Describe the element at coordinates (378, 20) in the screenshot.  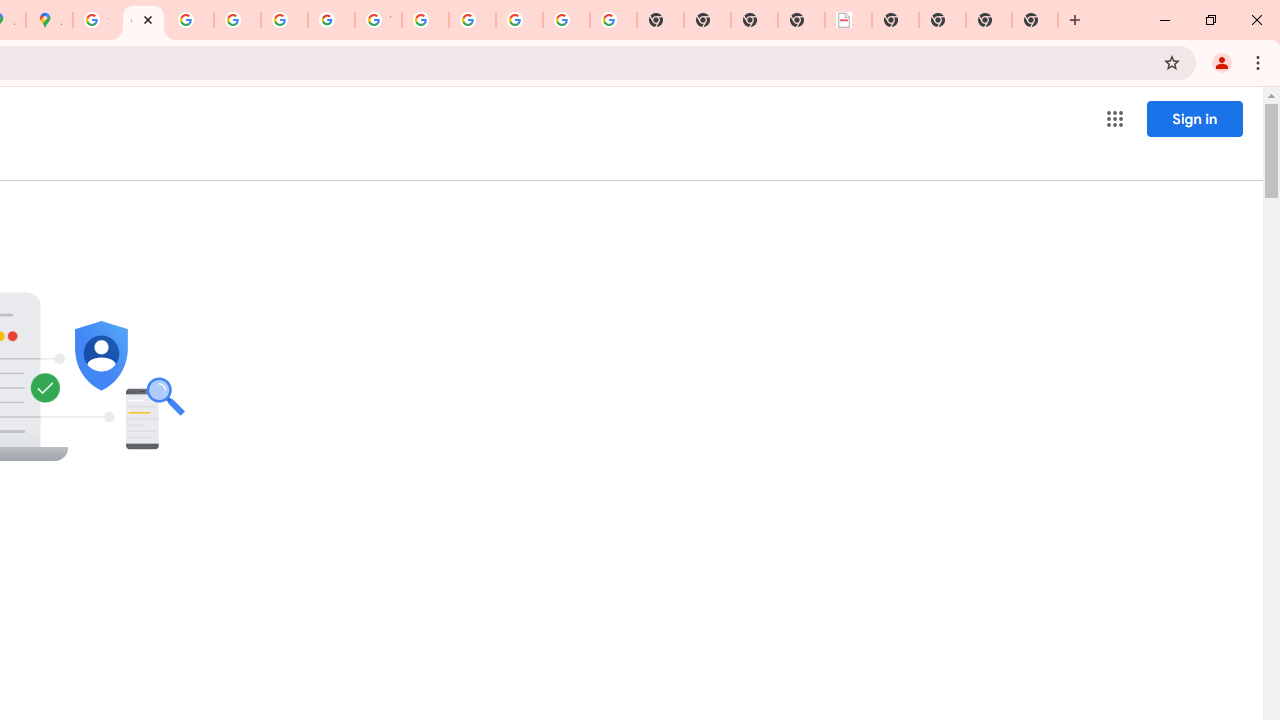
I see `'YouTube'` at that location.